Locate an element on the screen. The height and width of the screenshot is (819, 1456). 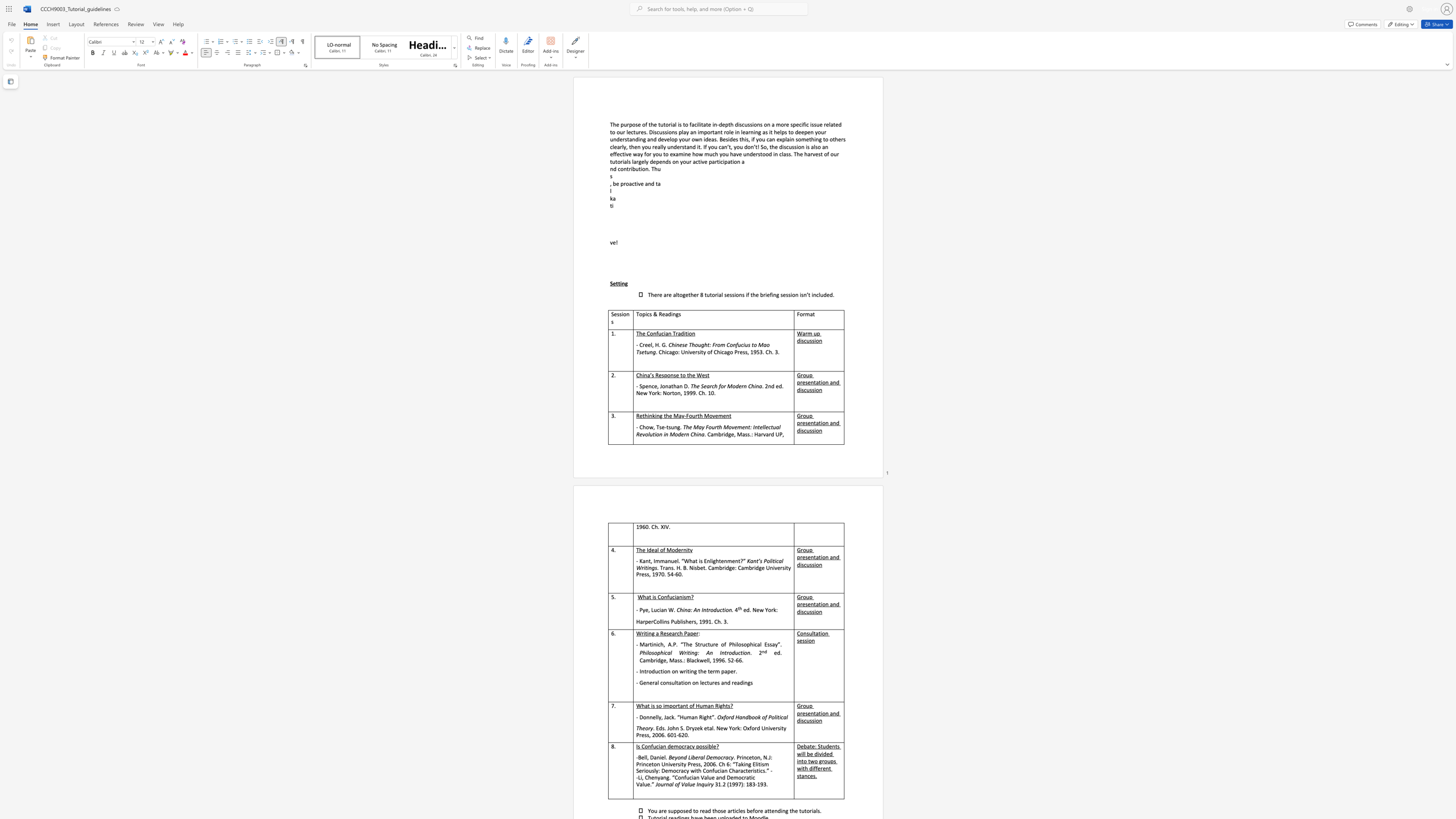
the subset text "and d" within the text "Group presentation and discussion" is located at coordinates (830, 382).